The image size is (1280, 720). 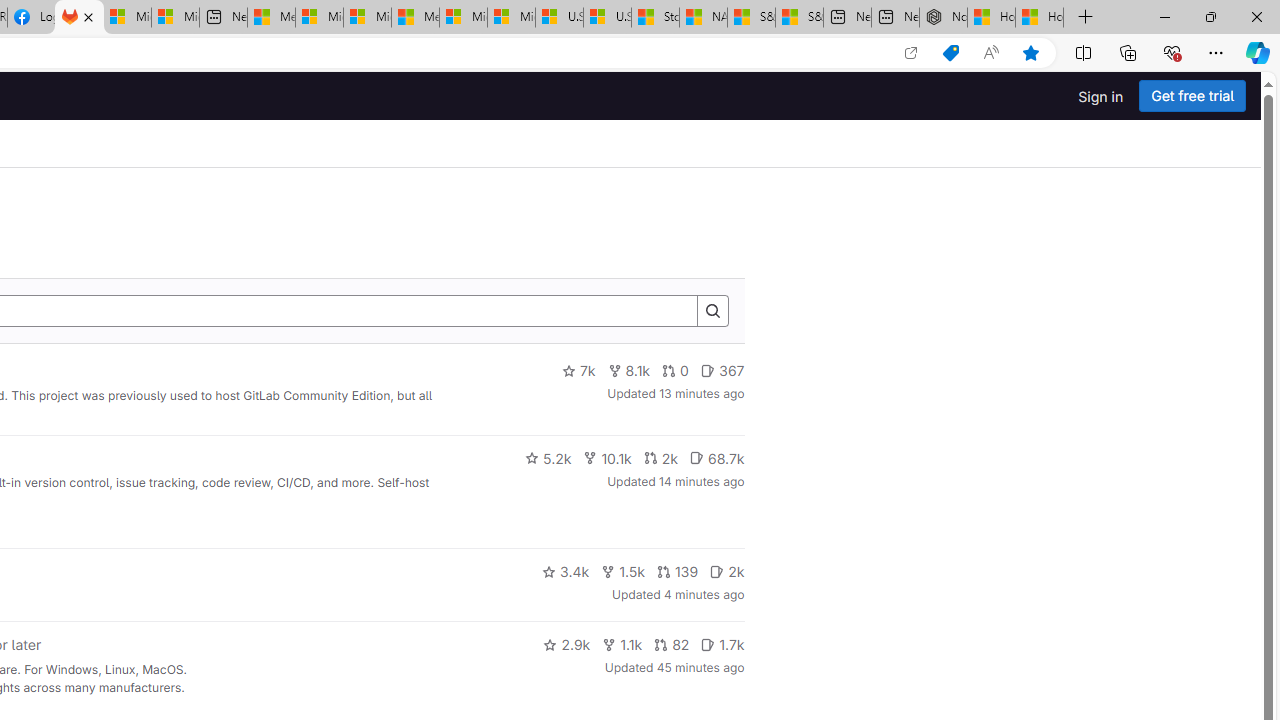 I want to click on '139', so click(x=677, y=572).